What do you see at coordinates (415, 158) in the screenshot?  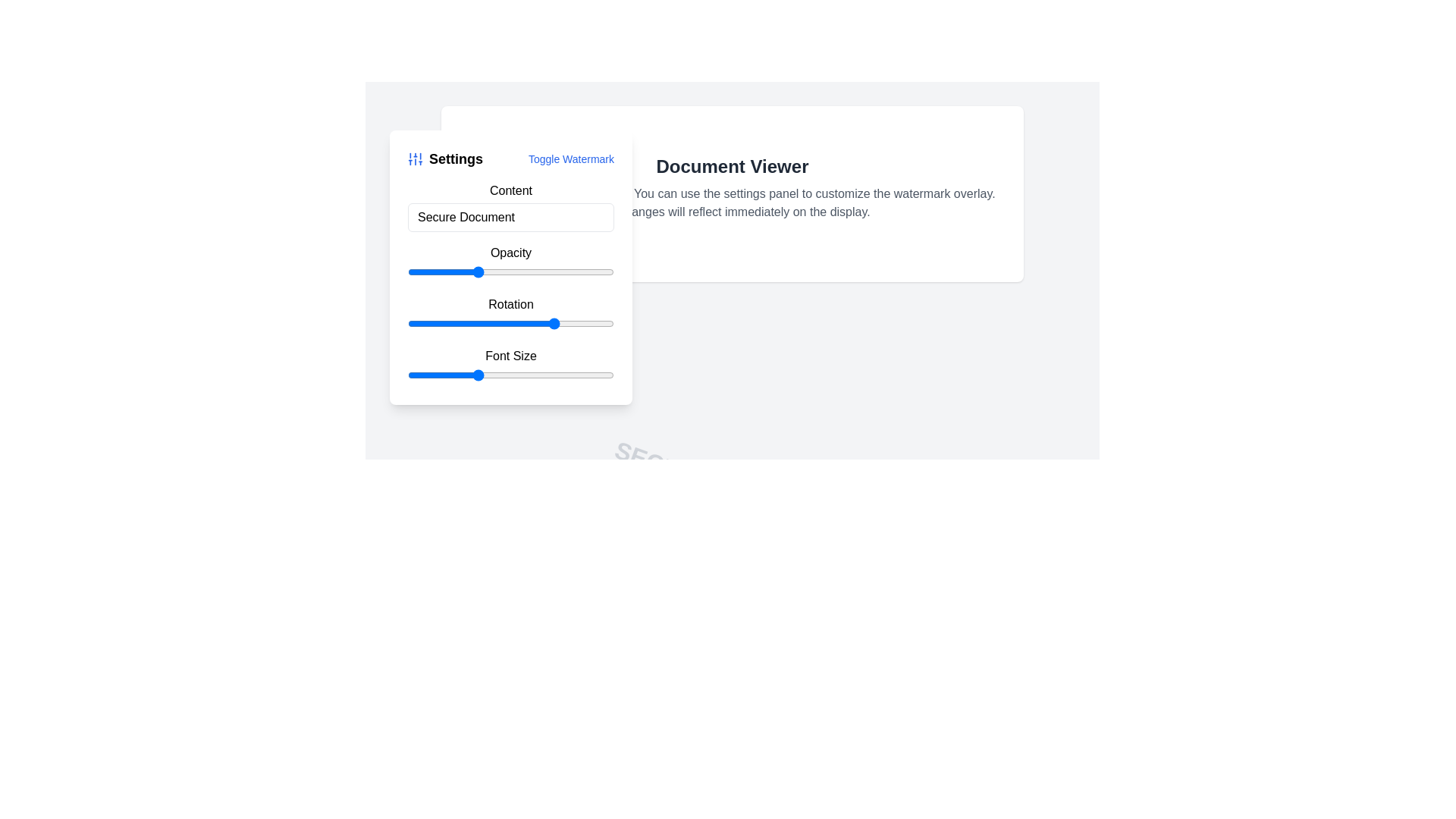 I see `the blue-themed icon consisting of three vertical sliders located in the top-left corner of the settings panel, next to the 'Settings' label` at bounding box center [415, 158].